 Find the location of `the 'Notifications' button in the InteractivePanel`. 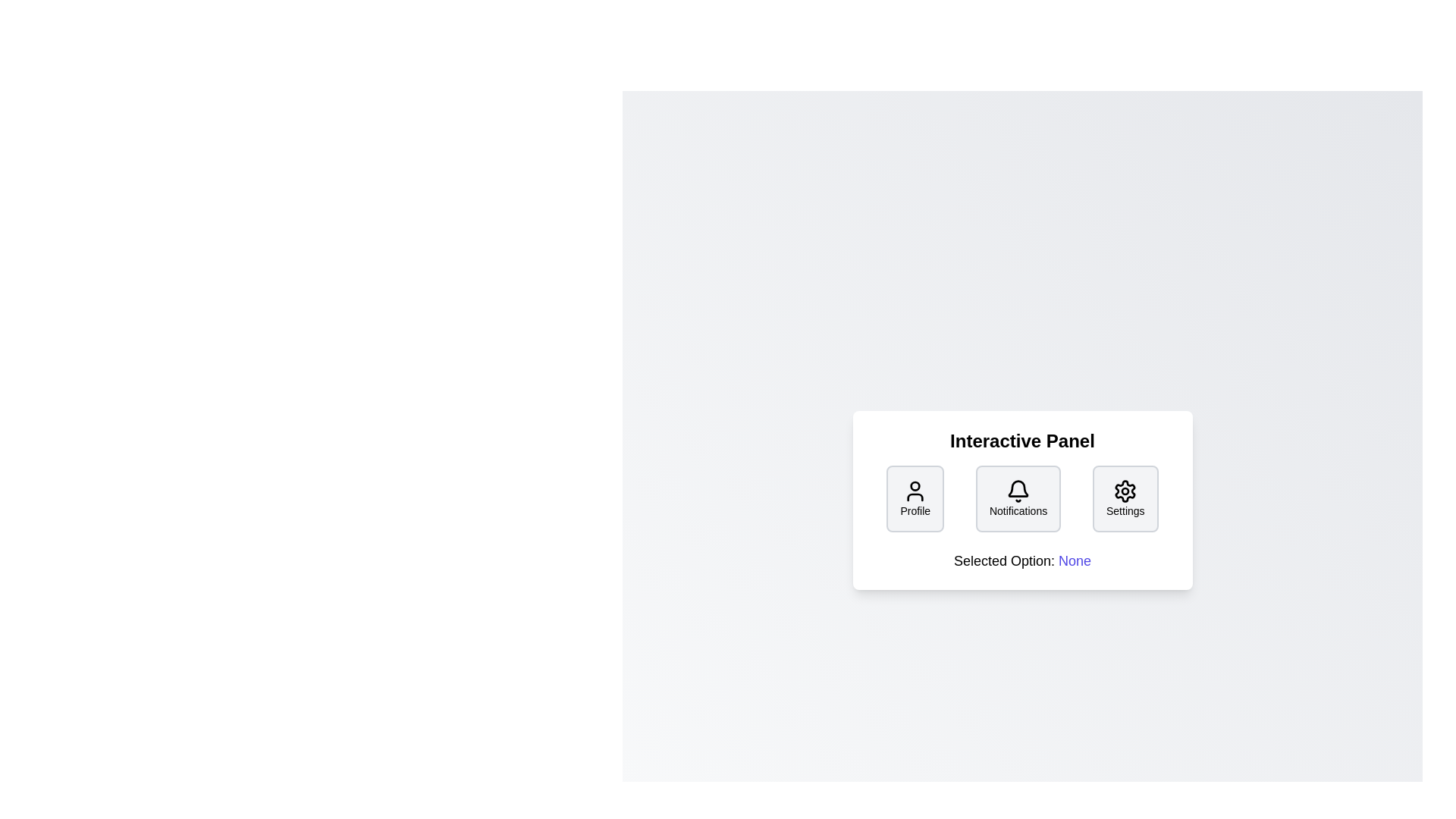

the 'Notifications' button in the InteractivePanel is located at coordinates (1018, 499).